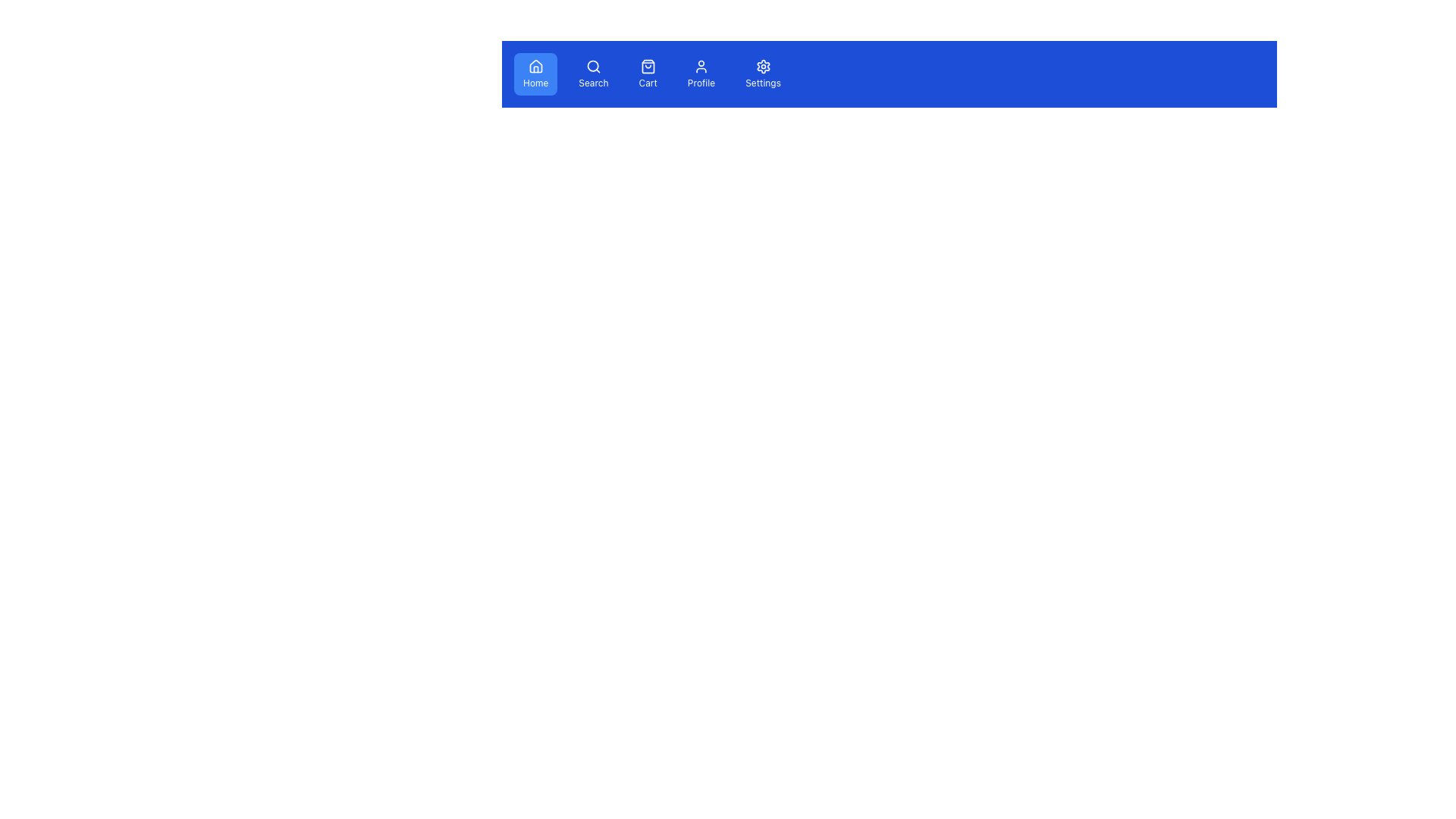 The height and width of the screenshot is (819, 1456). Describe the element at coordinates (592, 65) in the screenshot. I see `the central circular part of the search icon, which is the second icon from the left in the top navigation bar, located between the 'Home' and 'Cart' icons` at that location.